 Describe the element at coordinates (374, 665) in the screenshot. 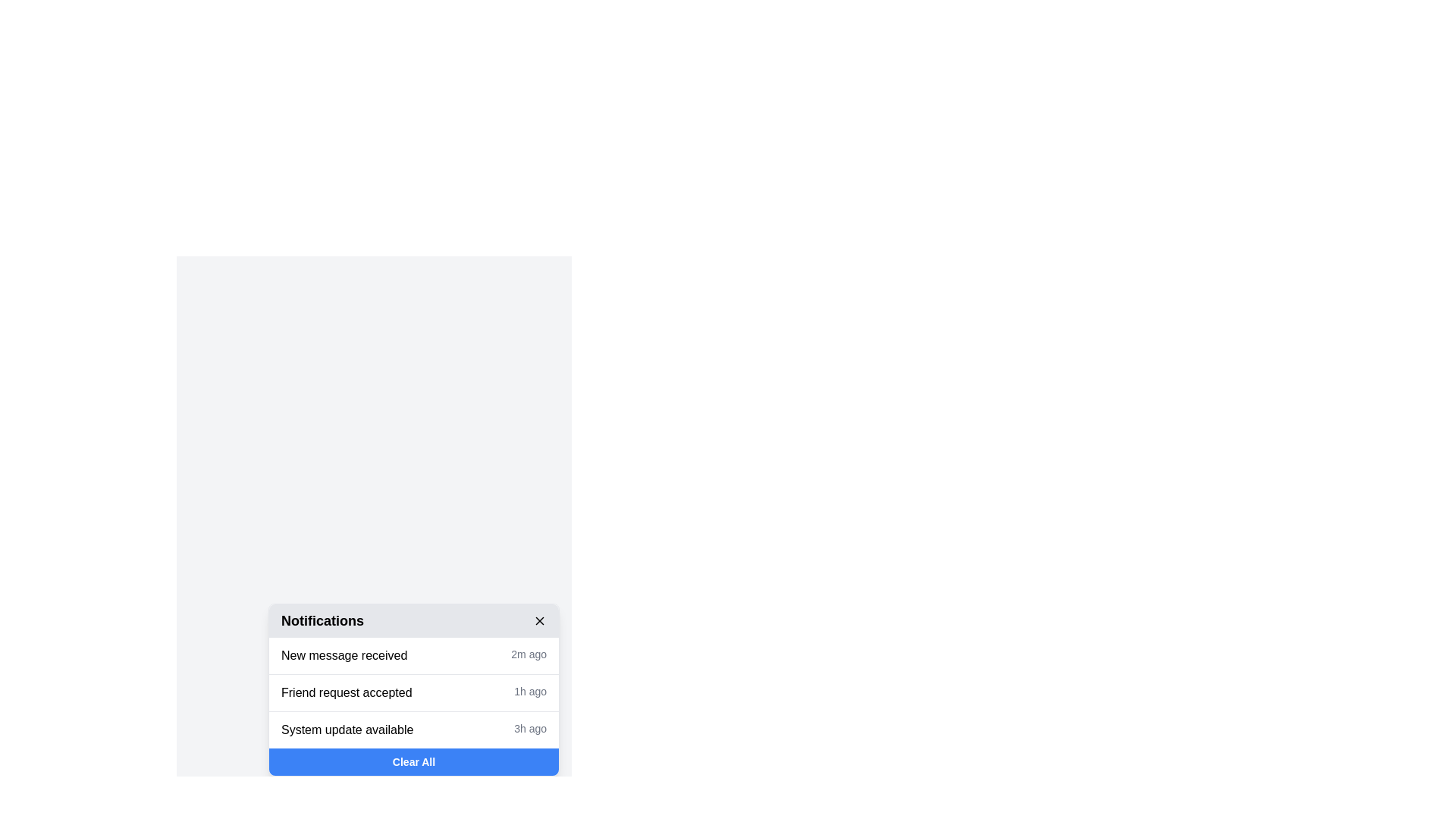

I see `the bell icon element, which is a white bell shape located centrally within a blue circular button in the notifications panel` at that location.